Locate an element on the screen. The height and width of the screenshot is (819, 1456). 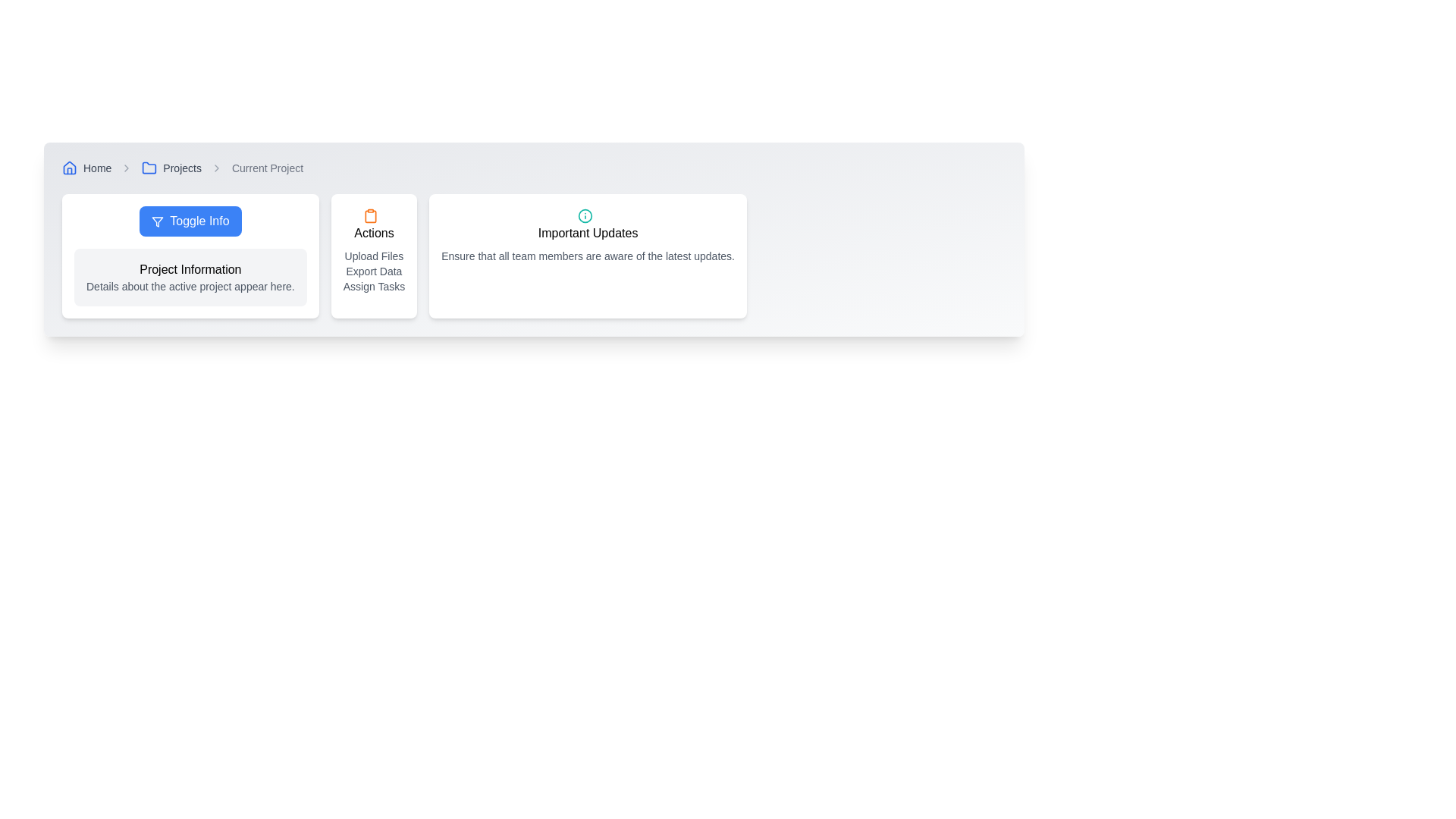
the 'Actions' text label, which is styled in medium font weight and located centrally within the second card of a three-card layout, above the list of options including 'Upload Files', 'Export Data', and 'Assign Tasks' is located at coordinates (374, 234).